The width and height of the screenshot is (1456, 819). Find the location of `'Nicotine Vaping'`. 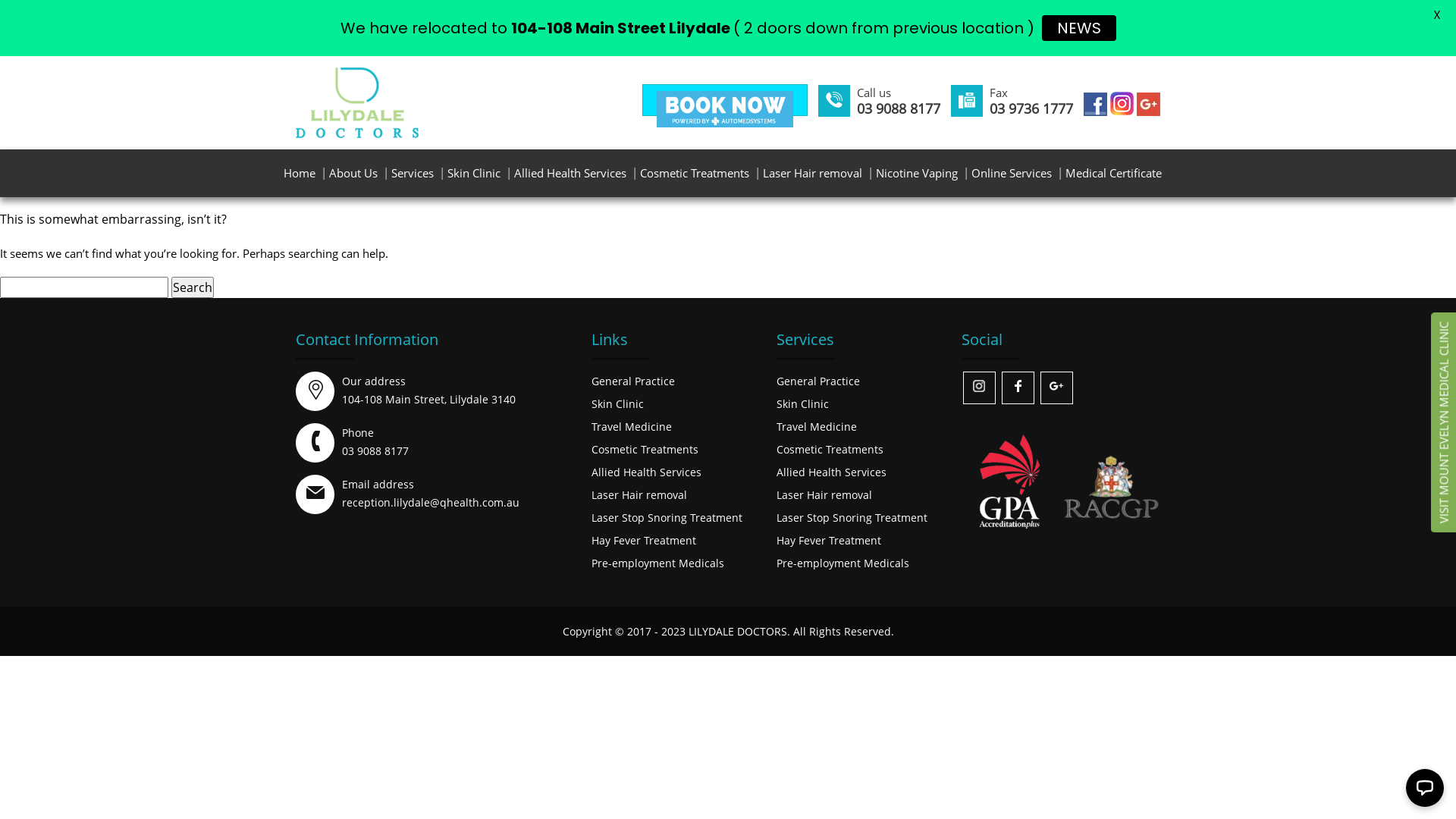

'Nicotine Vaping' is located at coordinates (916, 172).